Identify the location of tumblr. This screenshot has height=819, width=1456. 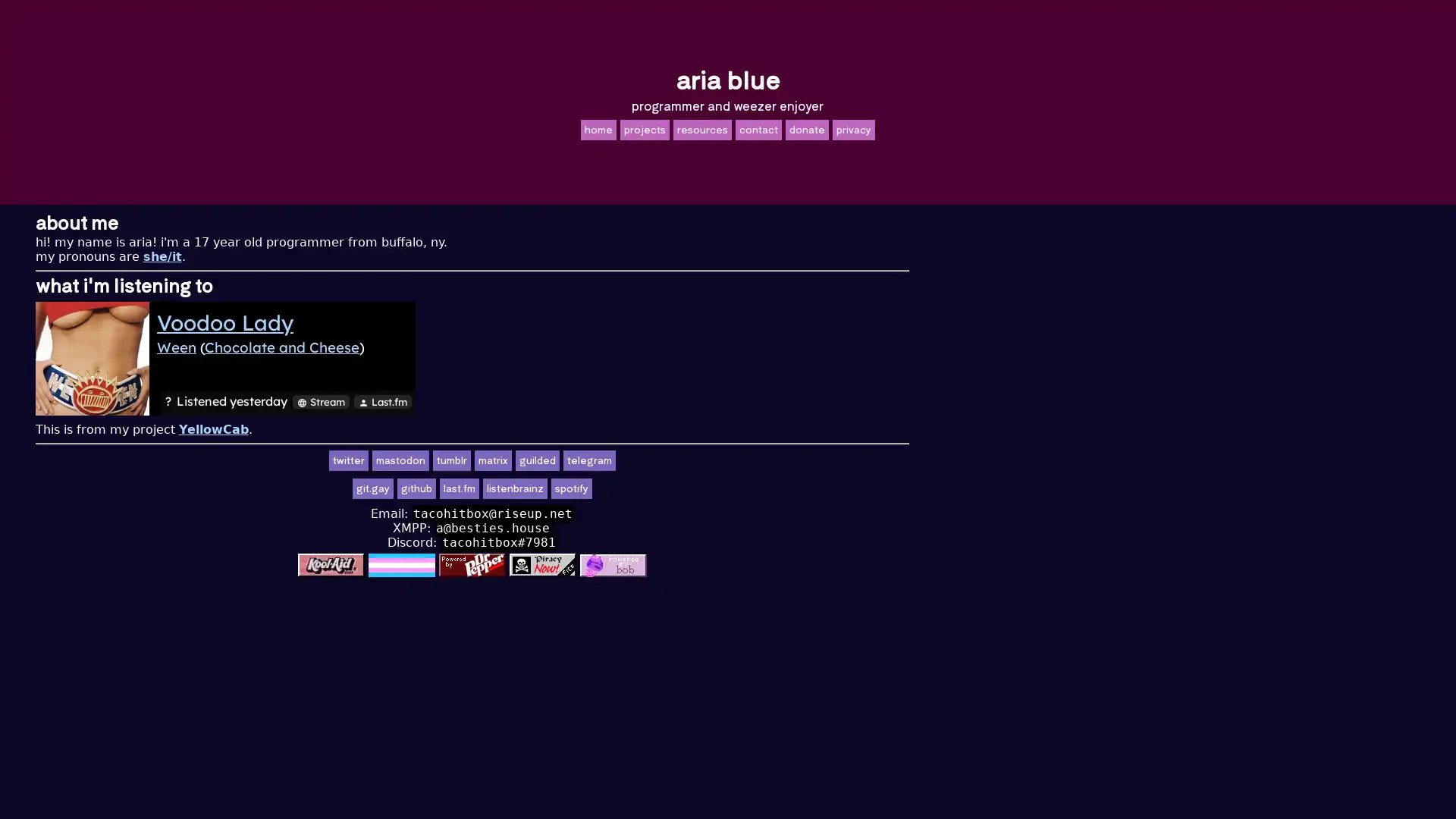
(706, 460).